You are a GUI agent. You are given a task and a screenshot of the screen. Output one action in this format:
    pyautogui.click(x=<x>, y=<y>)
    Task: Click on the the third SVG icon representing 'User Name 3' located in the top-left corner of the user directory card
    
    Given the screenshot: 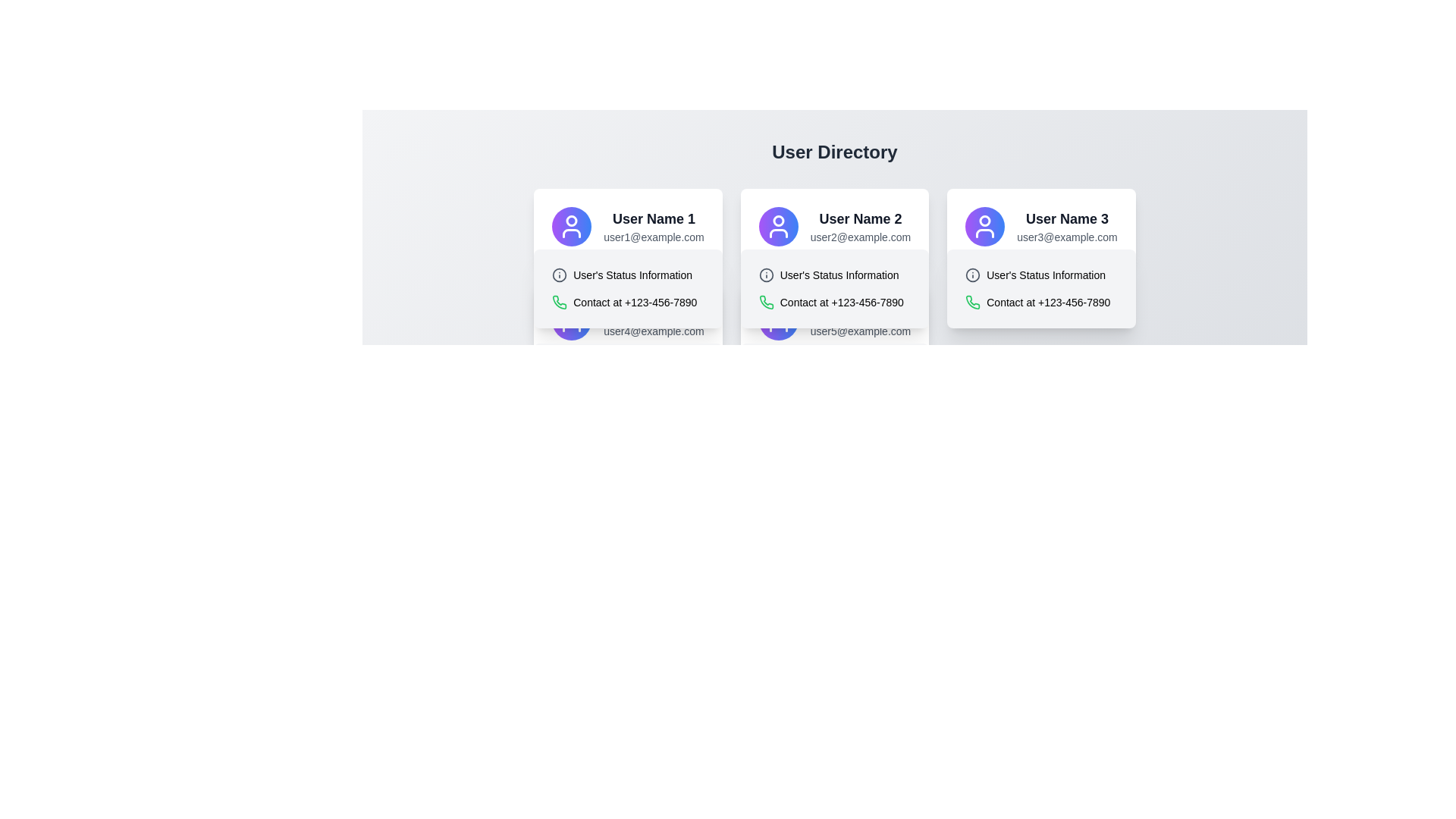 What is the action you would take?
    pyautogui.click(x=985, y=227)
    